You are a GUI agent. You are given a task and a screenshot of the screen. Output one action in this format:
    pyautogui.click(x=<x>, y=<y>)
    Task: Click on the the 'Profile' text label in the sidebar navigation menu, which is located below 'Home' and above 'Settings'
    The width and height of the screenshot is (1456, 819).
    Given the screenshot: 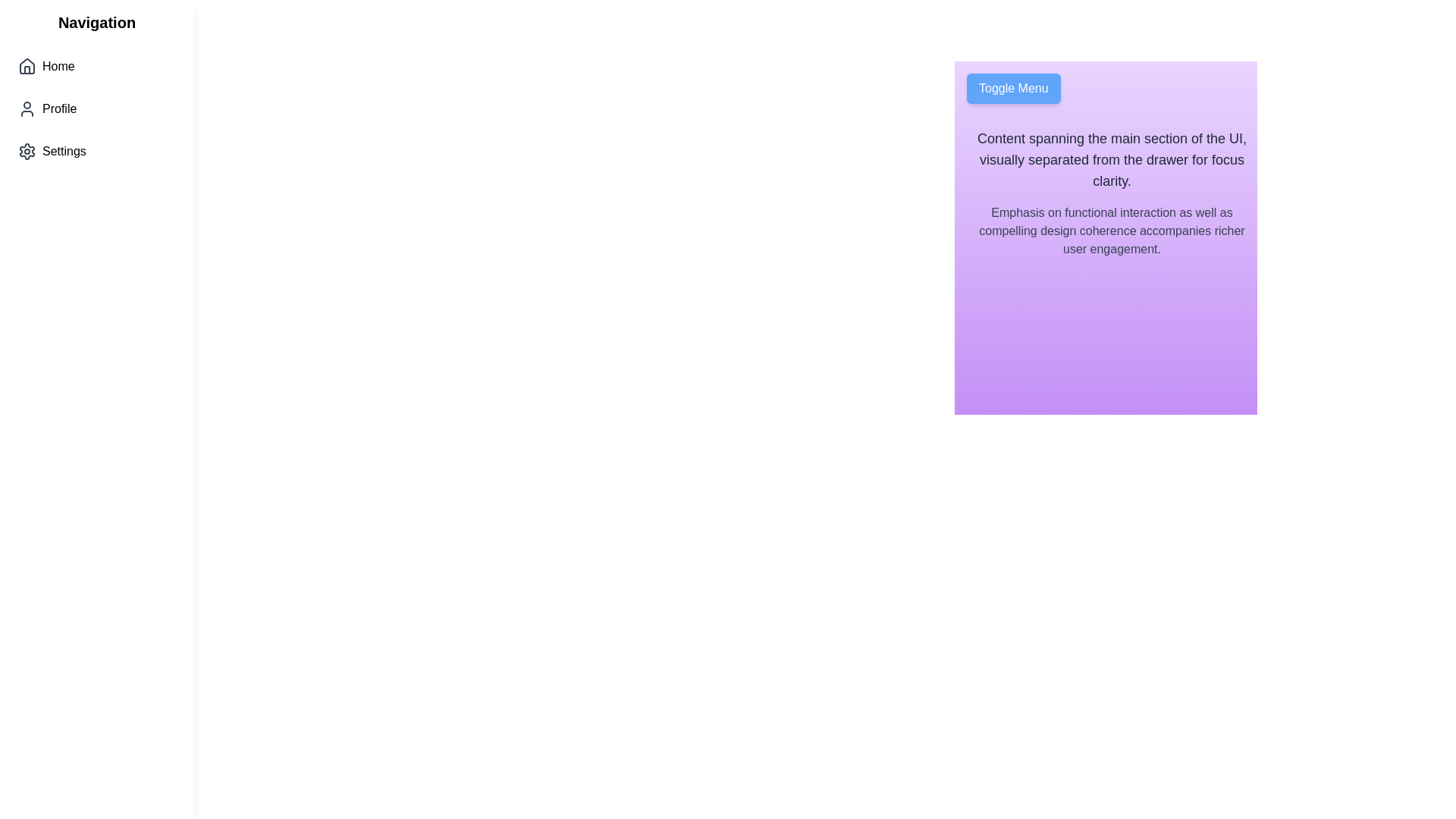 What is the action you would take?
    pyautogui.click(x=59, y=108)
    